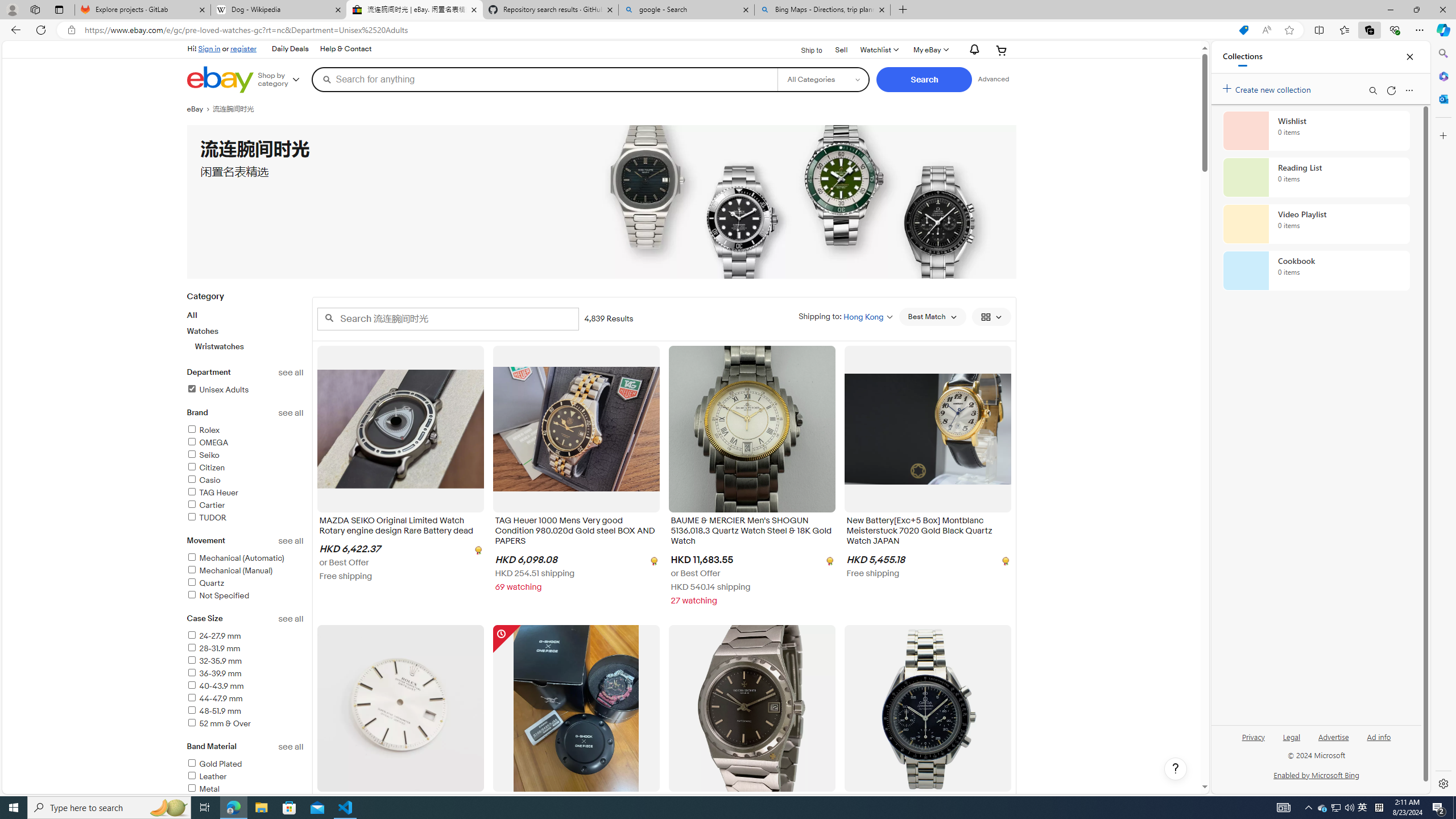 This screenshot has width=1456, height=819. I want to click on 'Leather', so click(206, 776).